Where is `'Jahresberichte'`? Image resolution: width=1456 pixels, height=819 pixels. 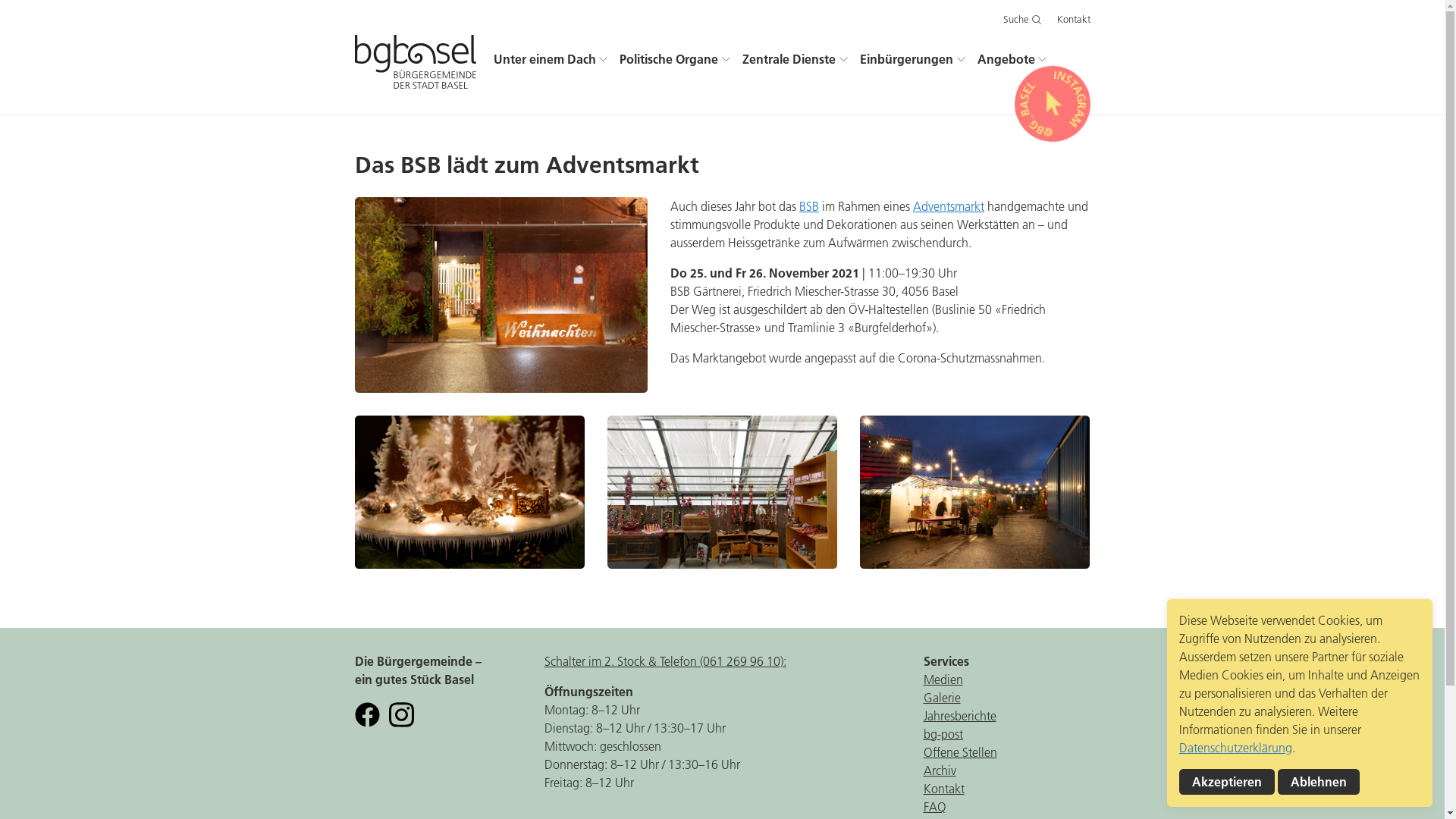 'Jahresberichte' is located at coordinates (959, 716).